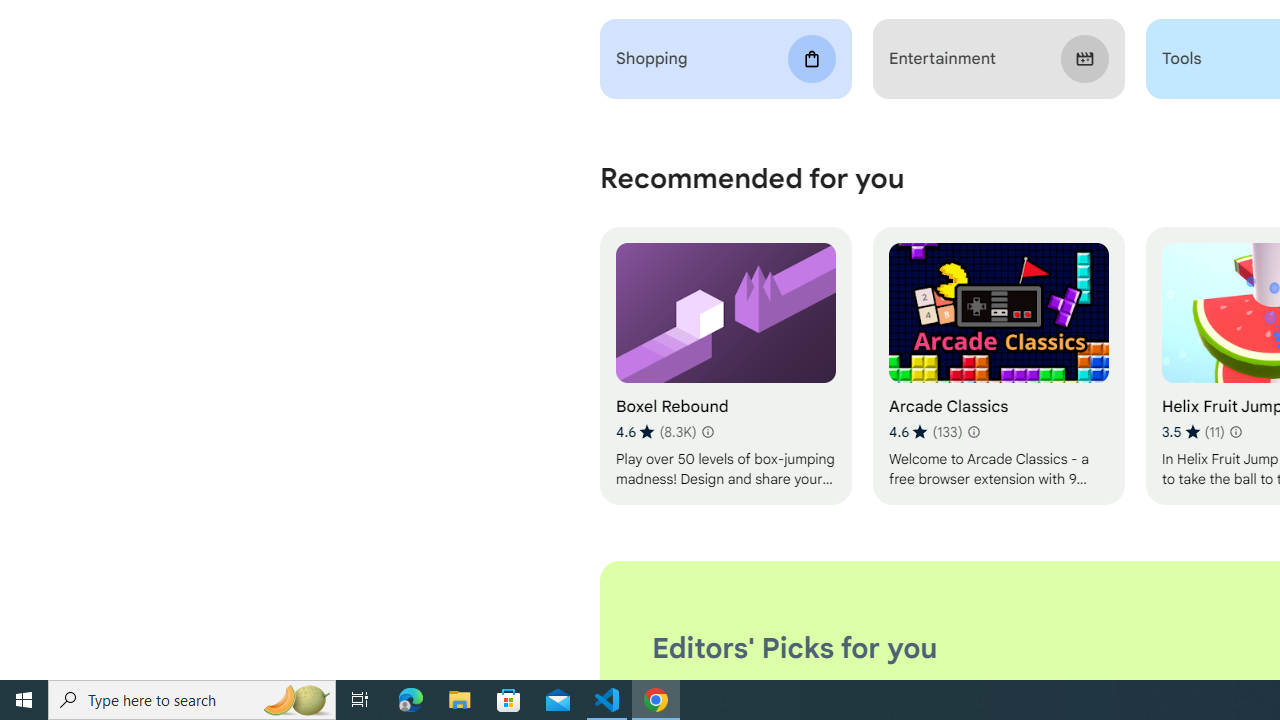 This screenshot has width=1280, height=720. What do you see at coordinates (724, 366) in the screenshot?
I see `'Boxel Rebound'` at bounding box center [724, 366].